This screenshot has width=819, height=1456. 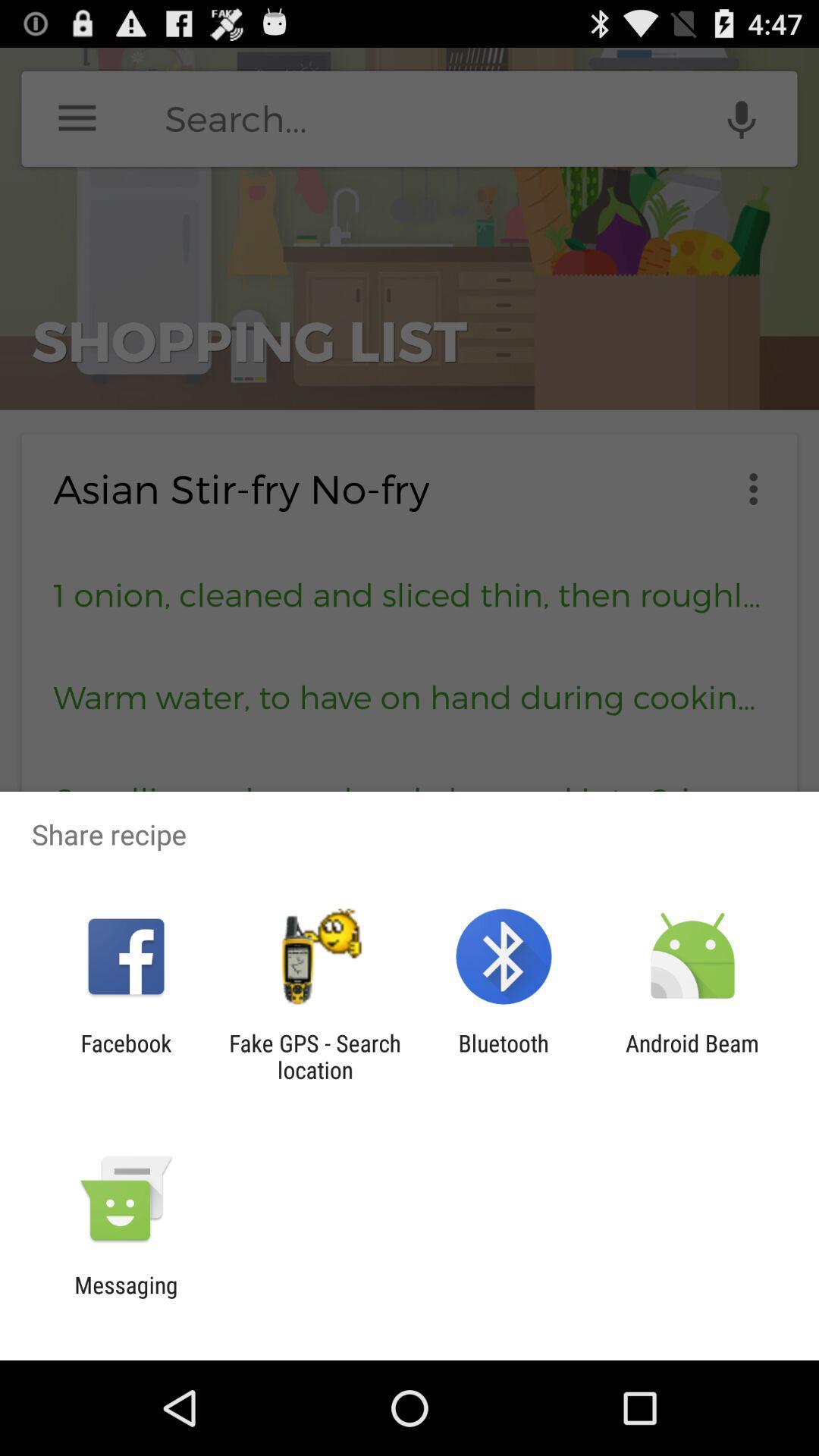 I want to click on fake gps search item, so click(x=314, y=1056).